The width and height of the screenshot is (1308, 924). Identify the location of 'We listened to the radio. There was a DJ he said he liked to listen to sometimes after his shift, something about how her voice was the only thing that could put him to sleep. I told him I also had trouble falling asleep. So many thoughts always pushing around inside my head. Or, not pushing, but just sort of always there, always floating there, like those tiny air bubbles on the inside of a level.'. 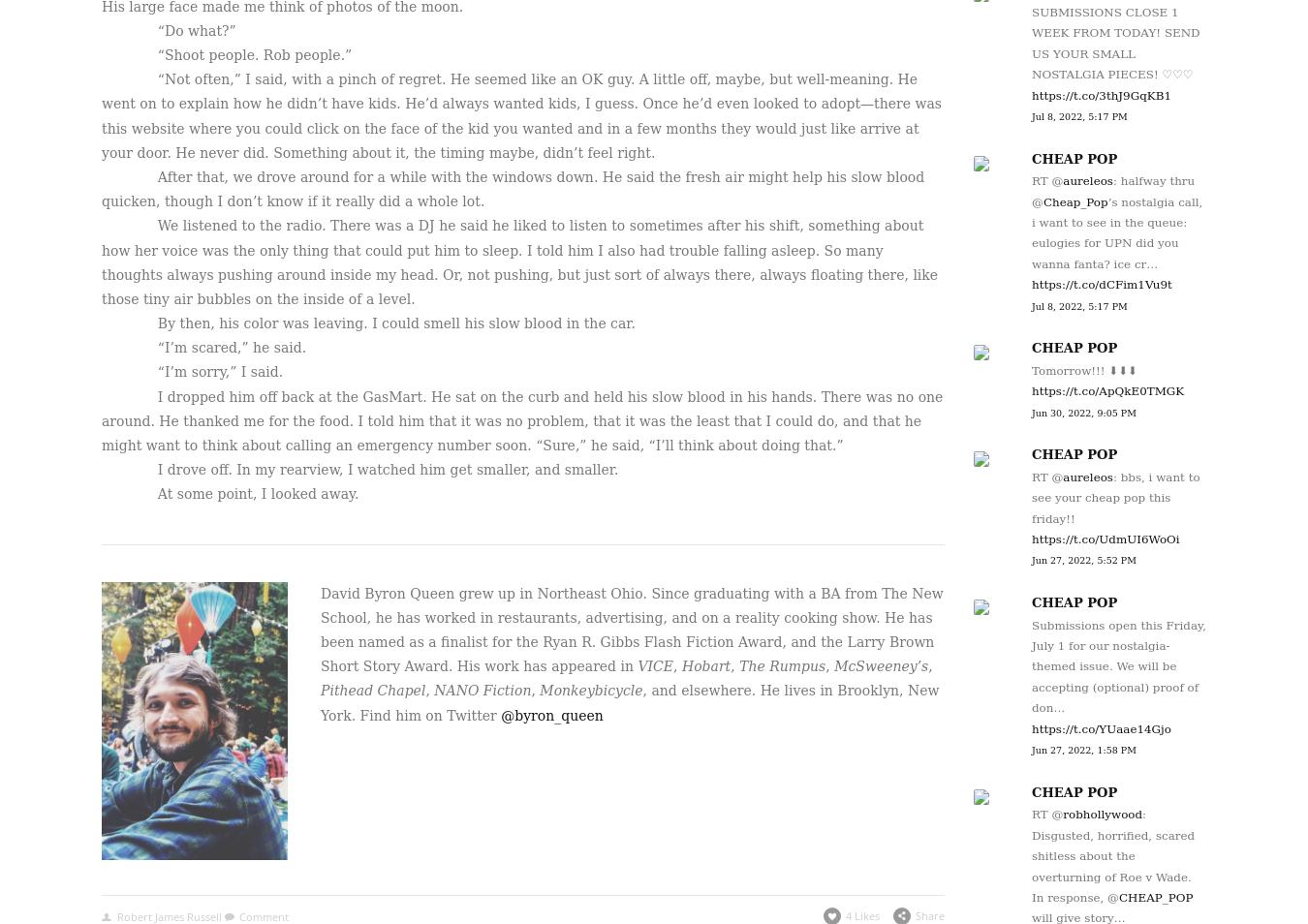
(518, 262).